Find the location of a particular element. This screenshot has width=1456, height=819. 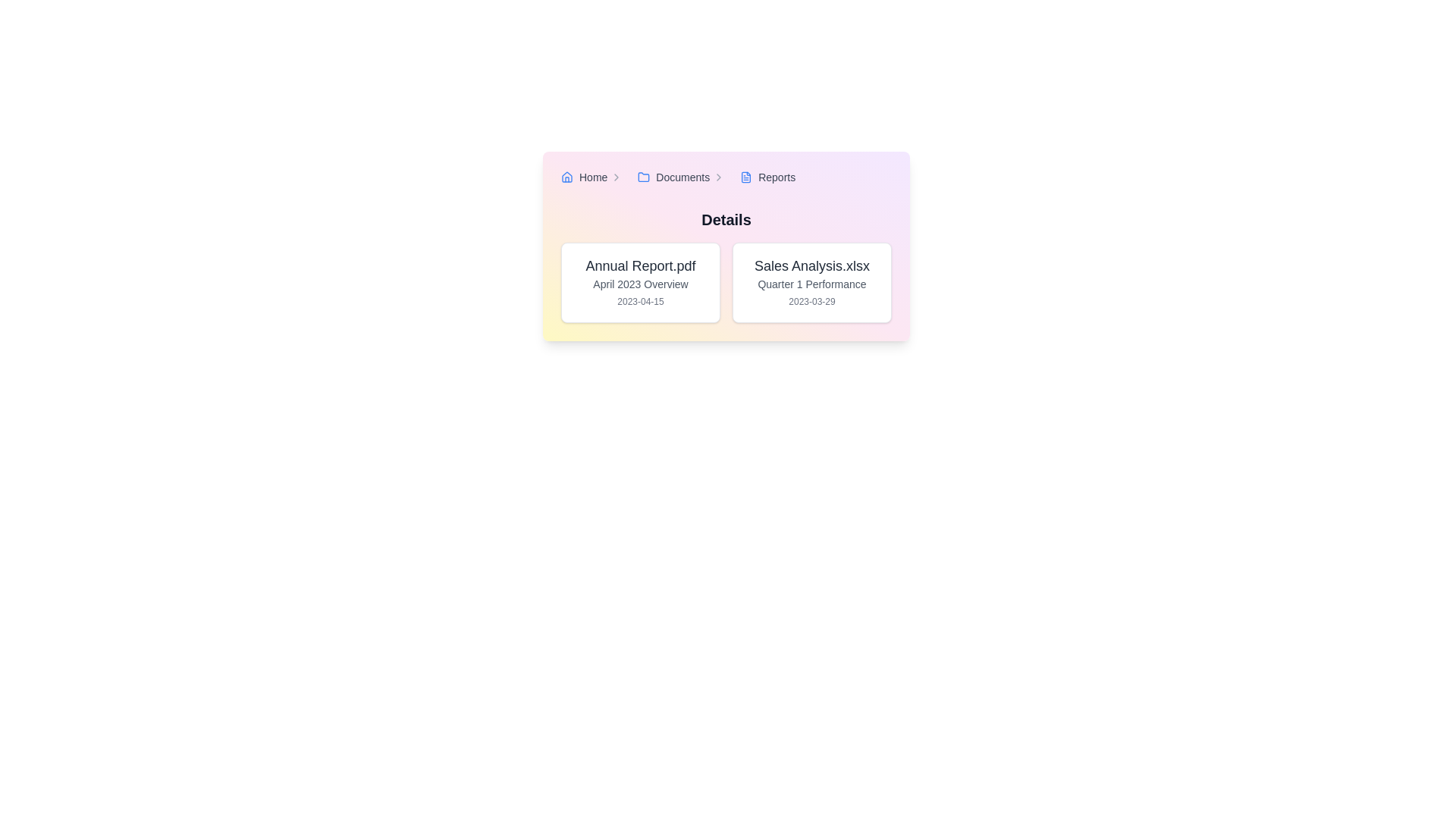

the last breadcrumb navigation item, which indicates the current page and is located to the right of the 'Documents' breadcrumb is located at coordinates (767, 177).